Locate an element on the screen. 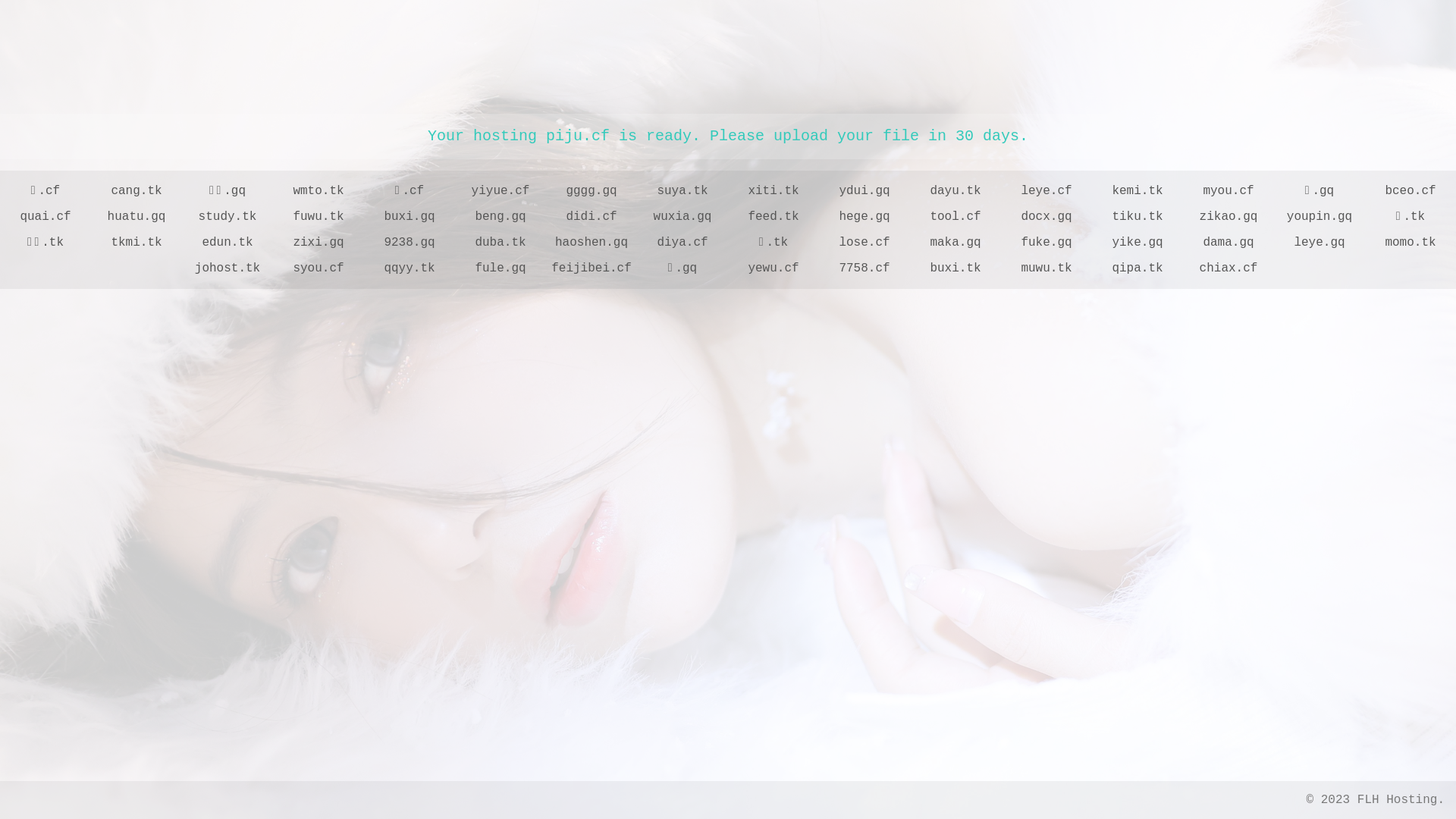 This screenshot has width=1456, height=819. 'duba.tk' is located at coordinates (500, 242).